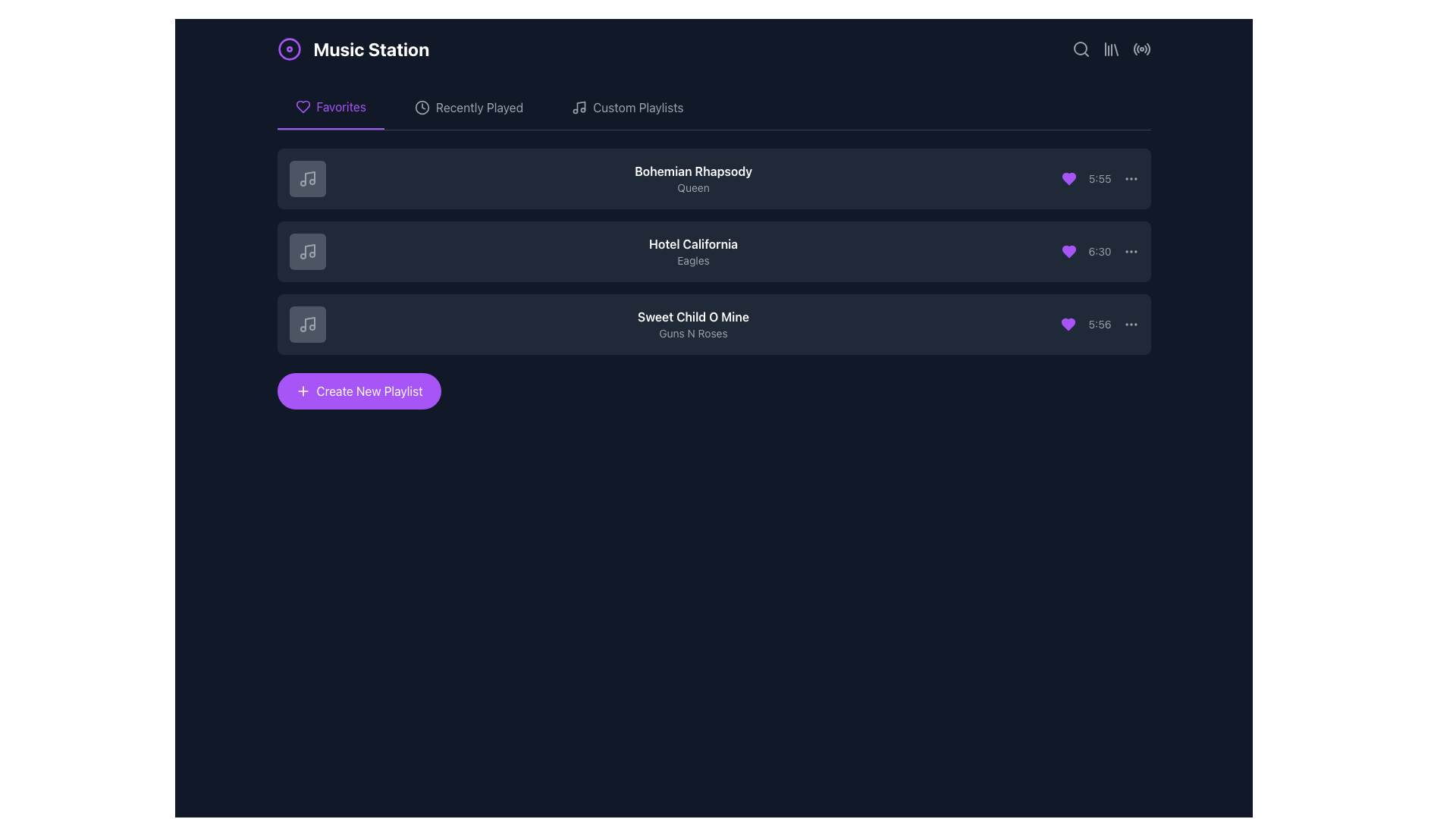 The height and width of the screenshot is (819, 1456). What do you see at coordinates (306, 250) in the screenshot?
I see `the square-shaped dark gray Icon button with a music note icon, located in the 'Favorites' section before 'Hotel California' by the Eagles` at bounding box center [306, 250].